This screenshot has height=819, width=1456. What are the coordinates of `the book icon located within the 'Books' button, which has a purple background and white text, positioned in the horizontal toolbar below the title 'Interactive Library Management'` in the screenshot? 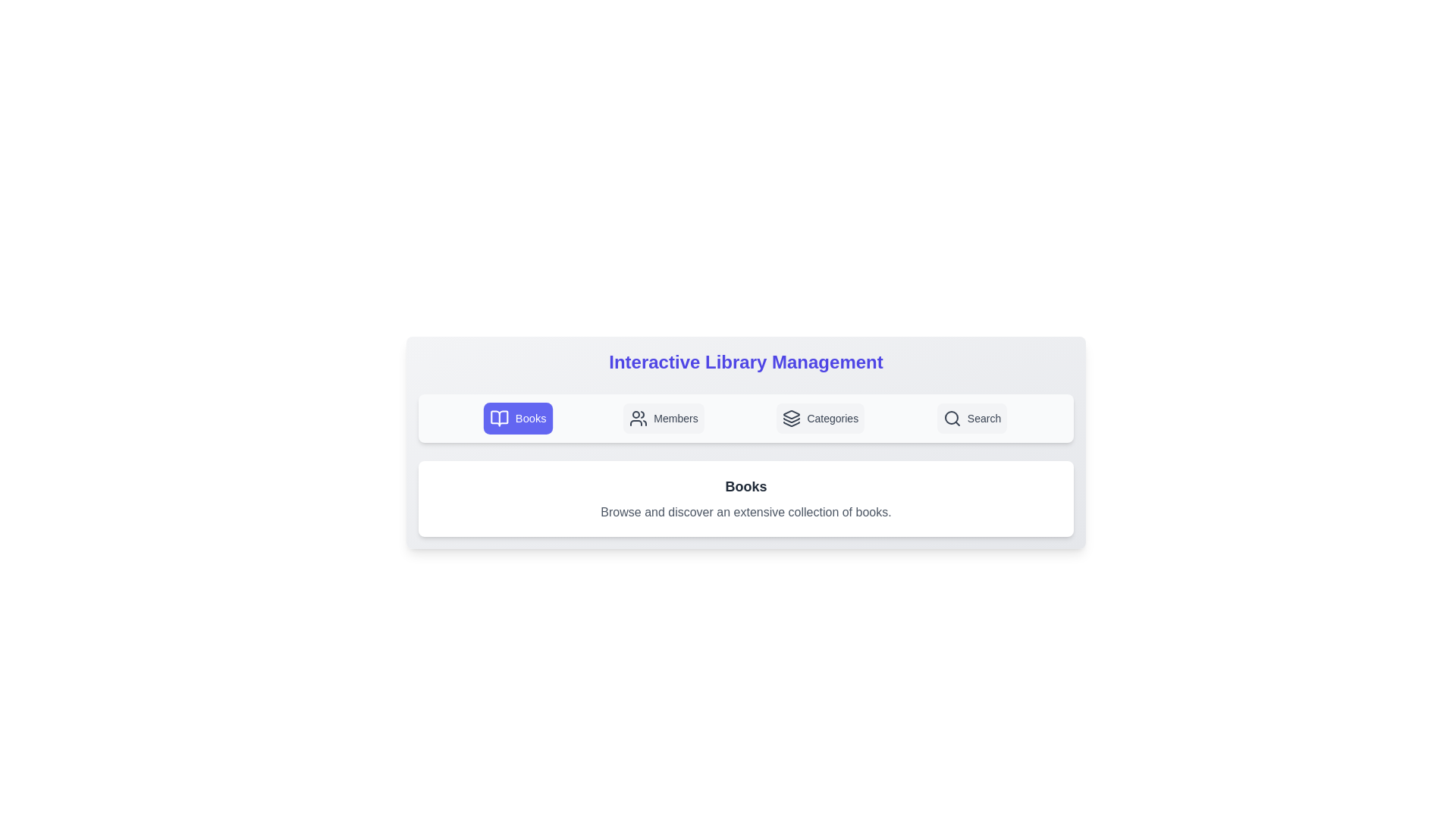 It's located at (499, 418).